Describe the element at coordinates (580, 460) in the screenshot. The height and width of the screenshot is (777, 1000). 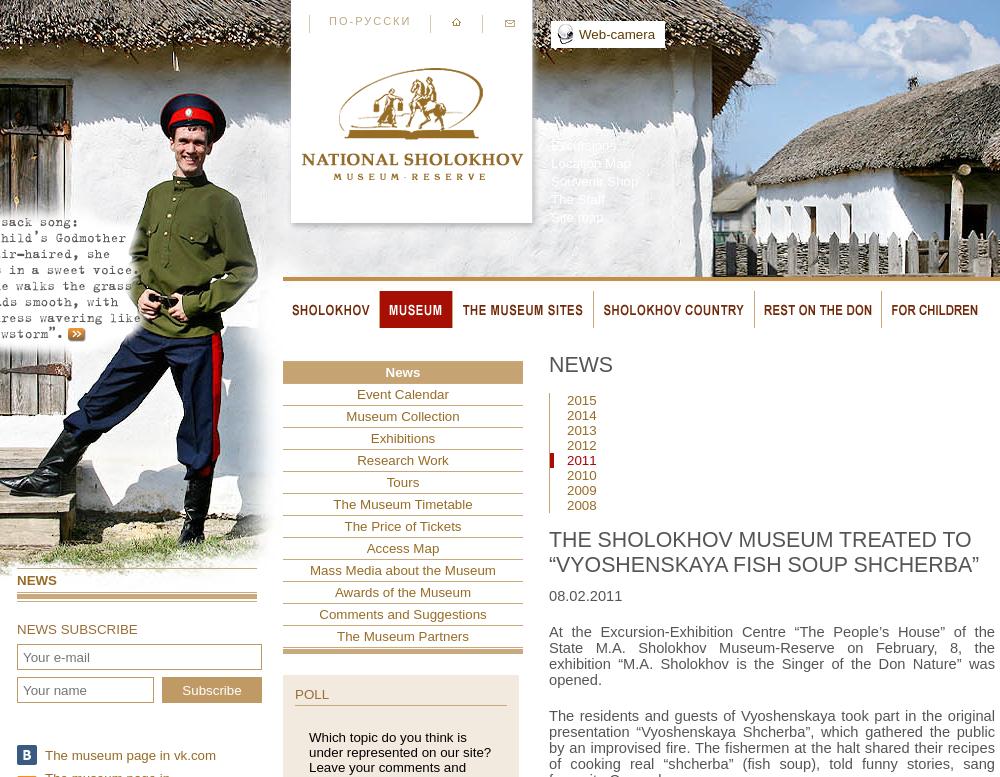
I see `'2011'` at that location.